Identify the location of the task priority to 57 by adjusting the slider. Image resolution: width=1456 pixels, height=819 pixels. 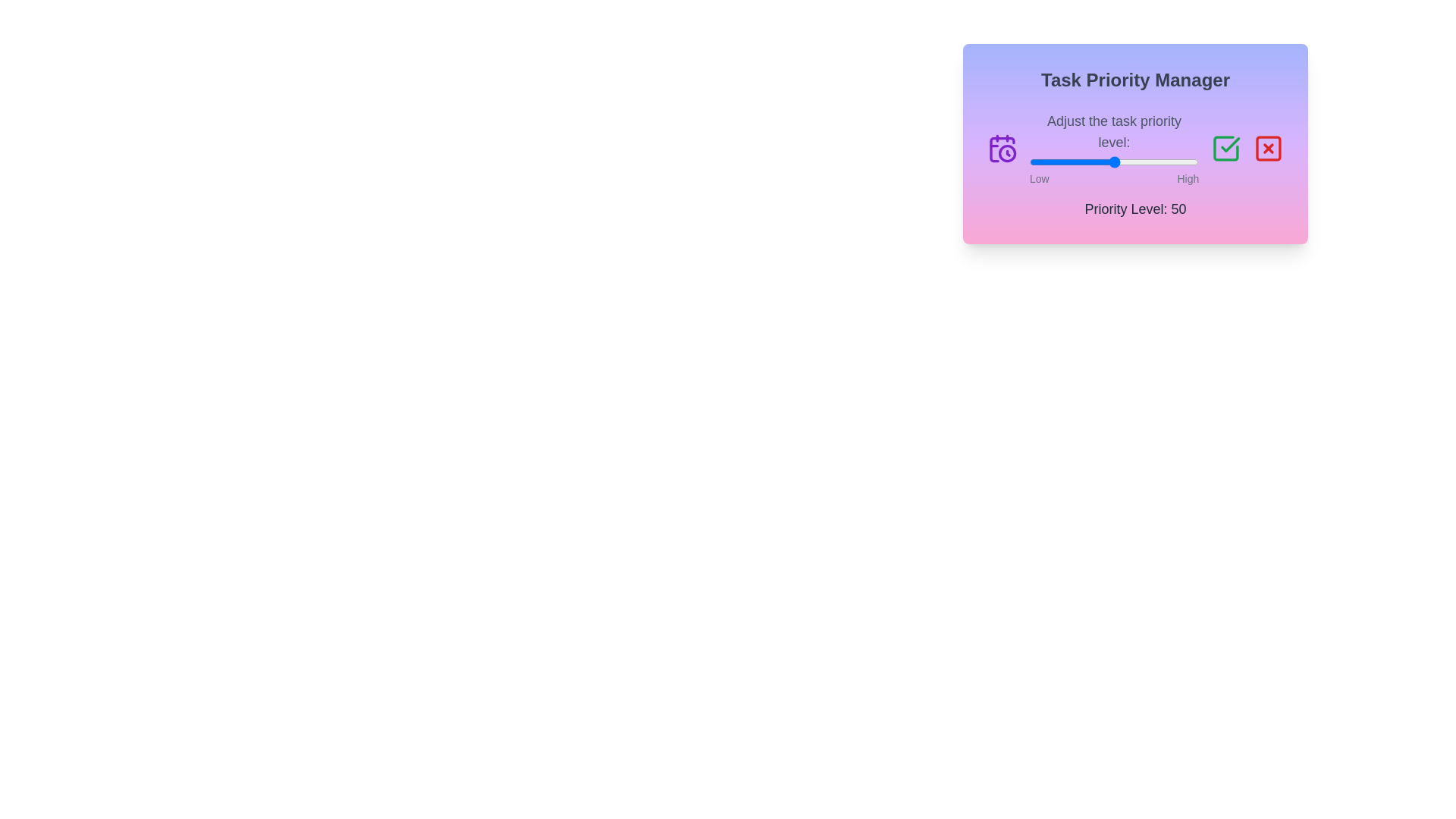
(1126, 162).